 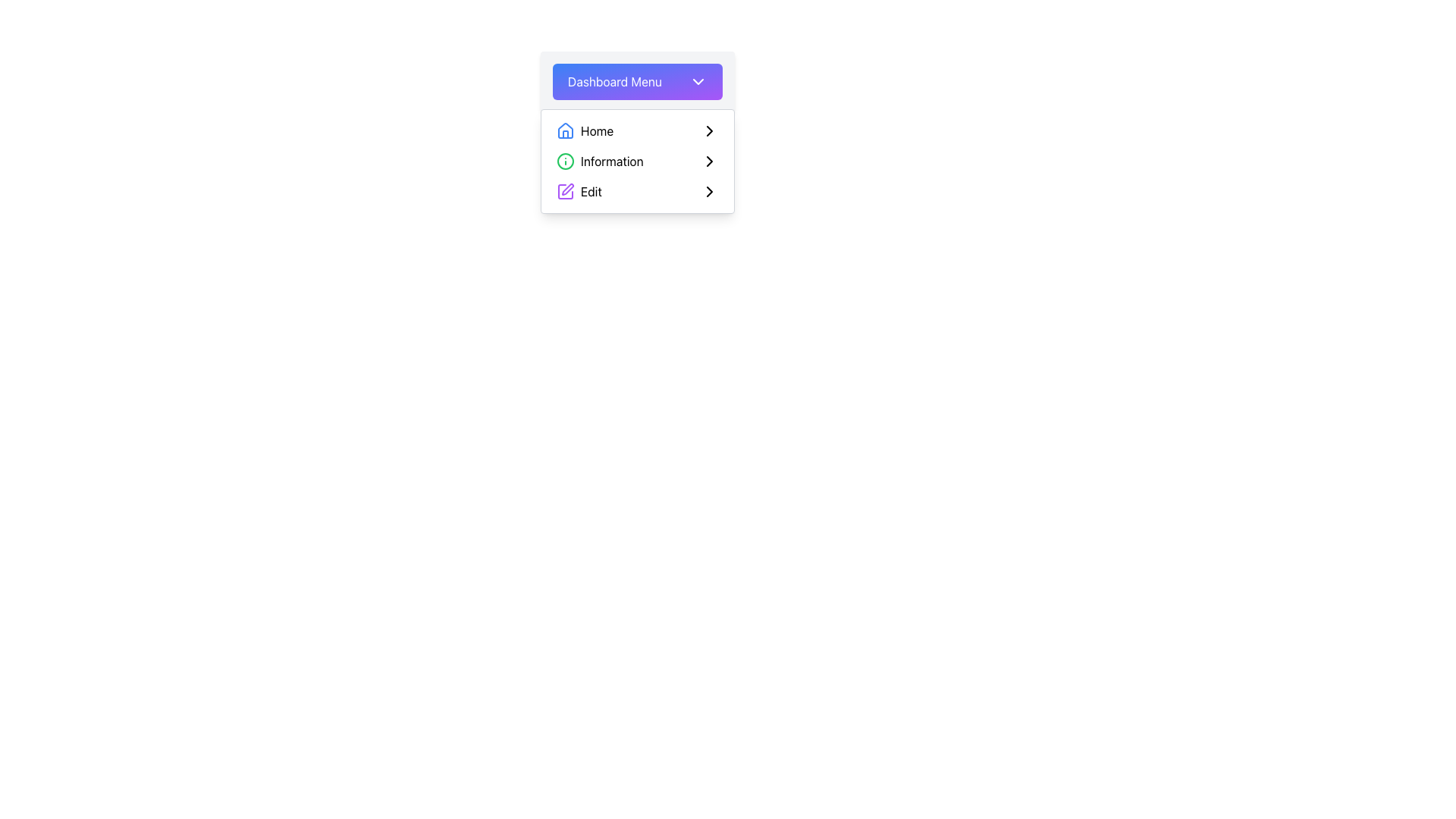 I want to click on the right chevron icon within the 'Information' menu item, which indicates navigation or expansion options, so click(x=709, y=161).